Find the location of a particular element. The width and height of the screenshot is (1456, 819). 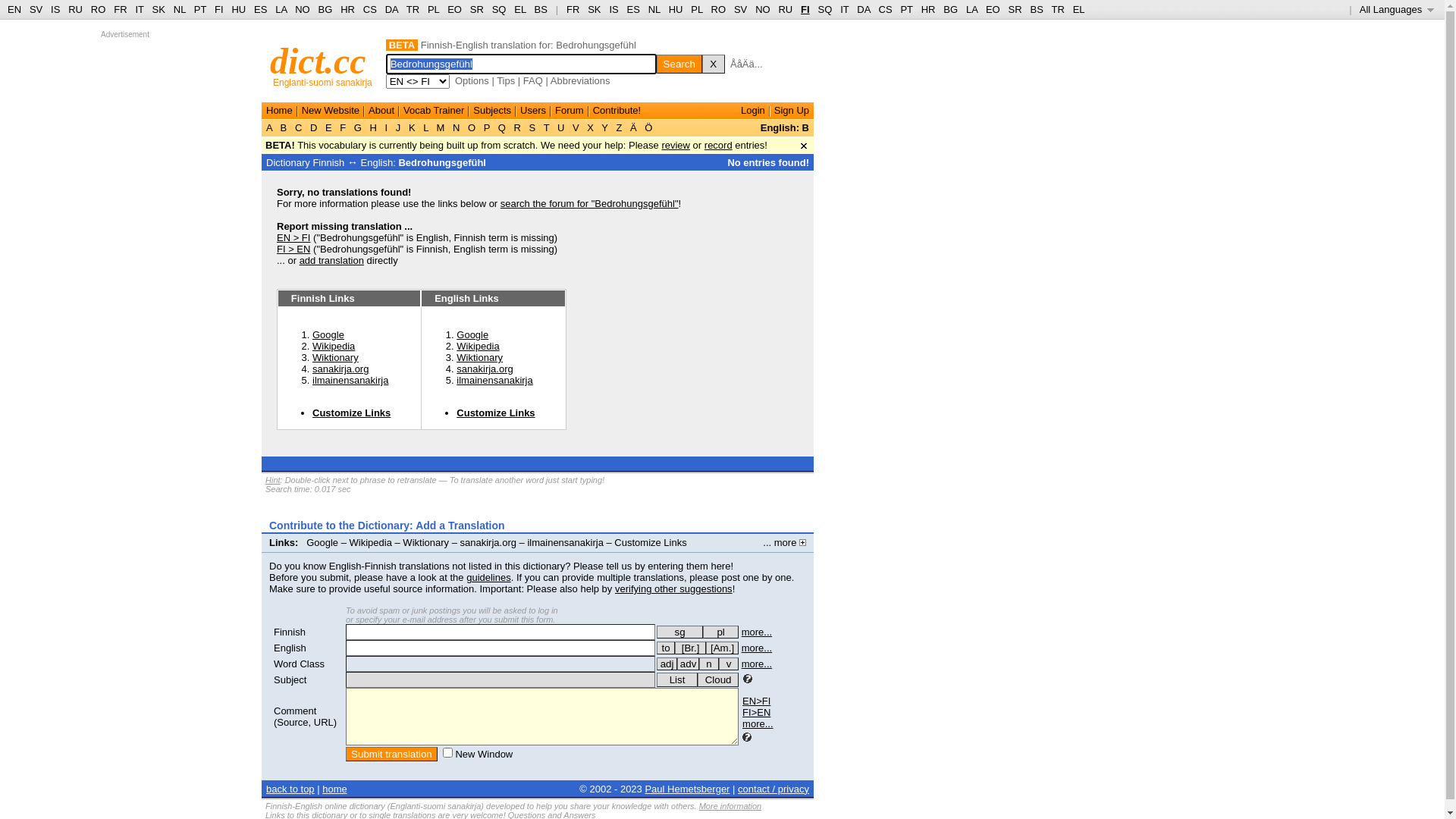

'sanakirja.org' is located at coordinates (483, 369).